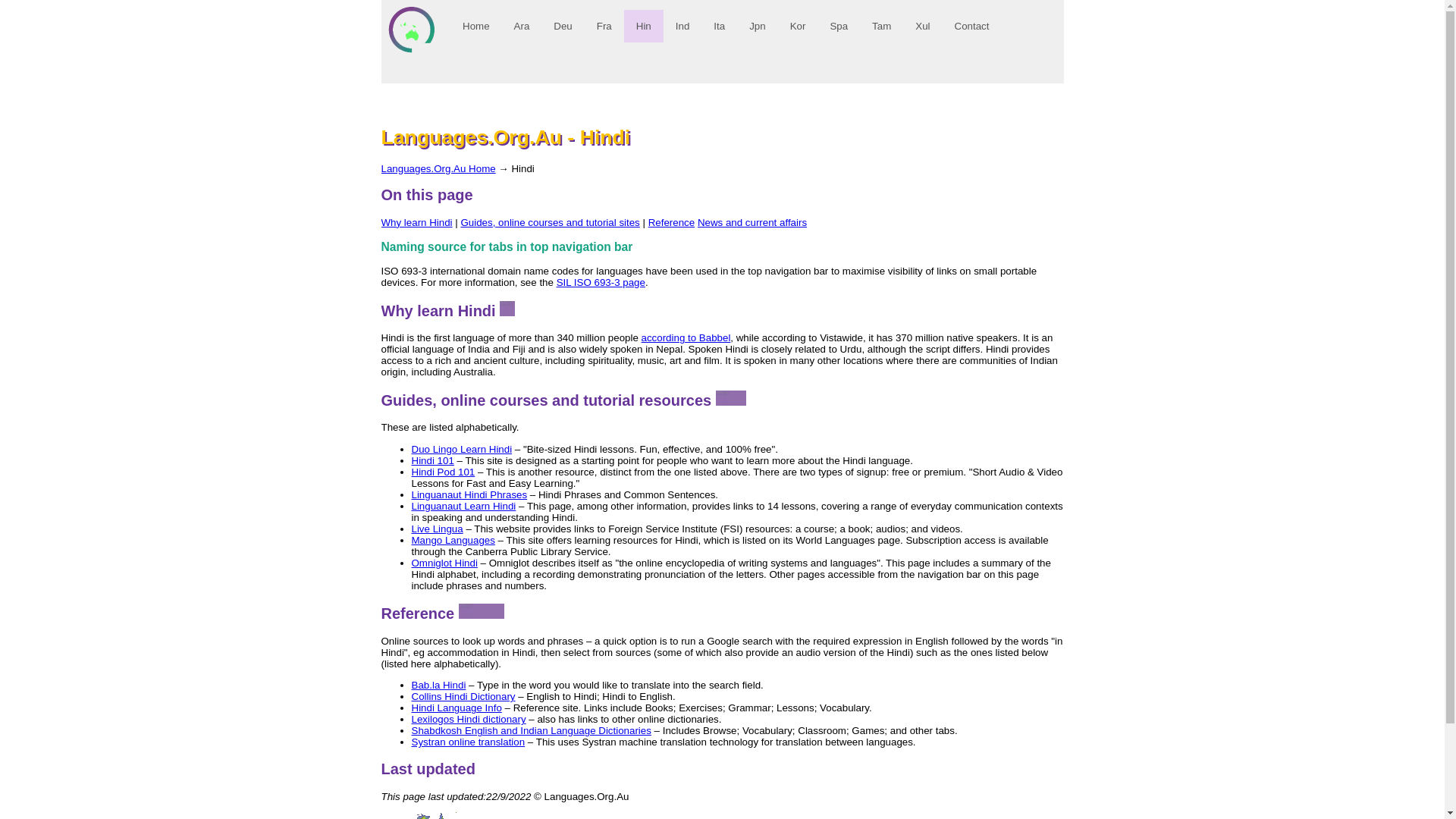 The height and width of the screenshot is (819, 1456). Describe the element at coordinates (686, 337) in the screenshot. I see `'according to Babbel'` at that location.